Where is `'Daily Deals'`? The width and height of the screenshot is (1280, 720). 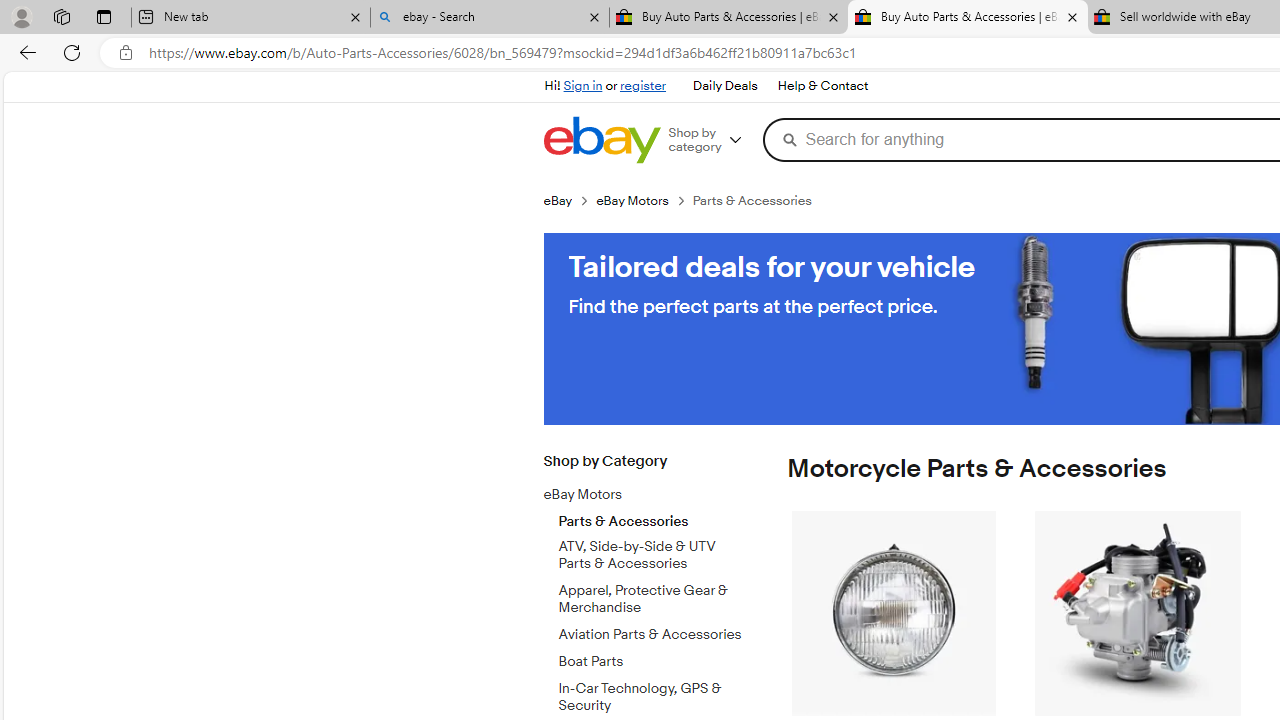 'Daily Deals' is located at coordinates (723, 85).